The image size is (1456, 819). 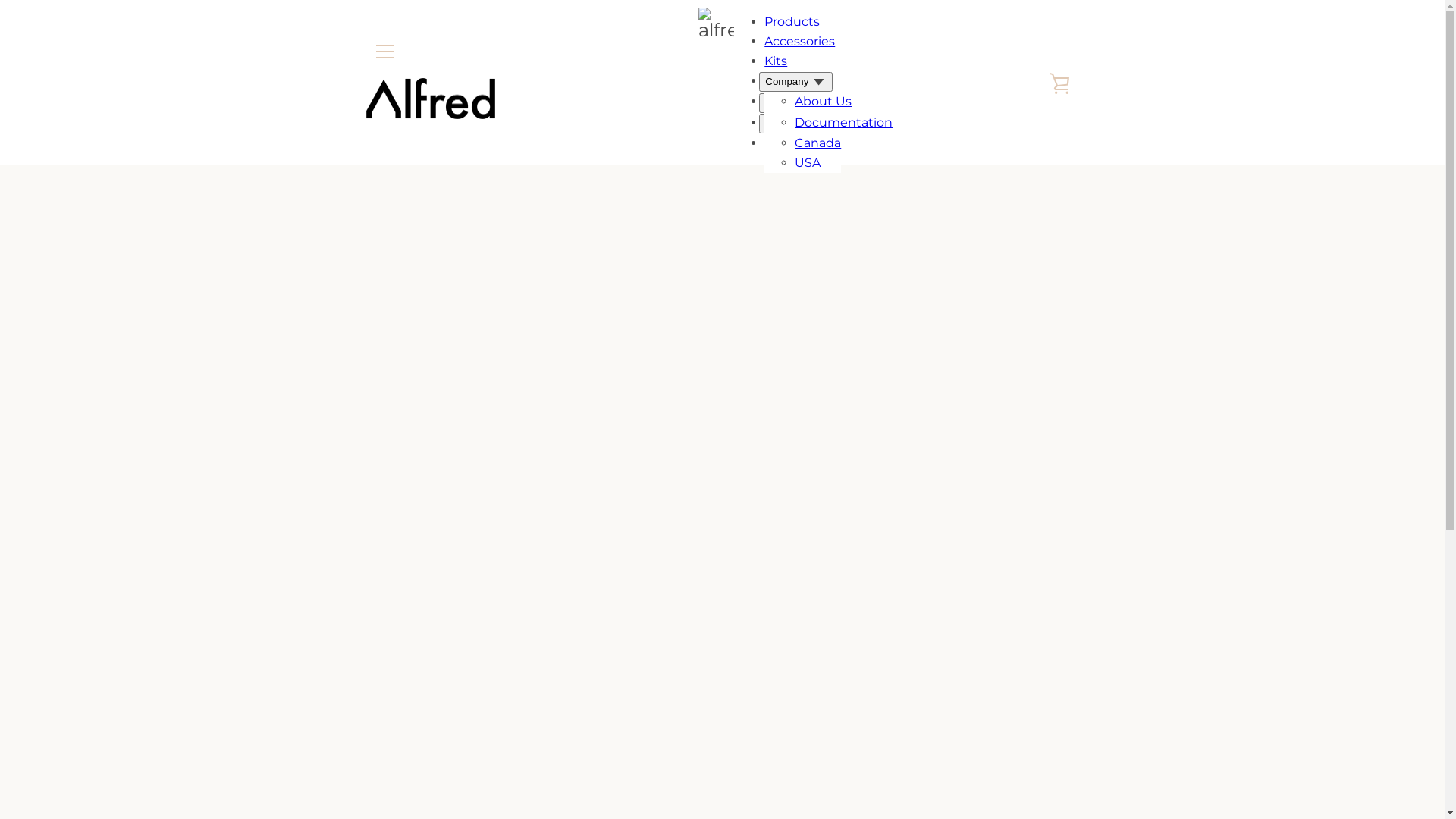 I want to click on 'USA', so click(x=807, y=162).